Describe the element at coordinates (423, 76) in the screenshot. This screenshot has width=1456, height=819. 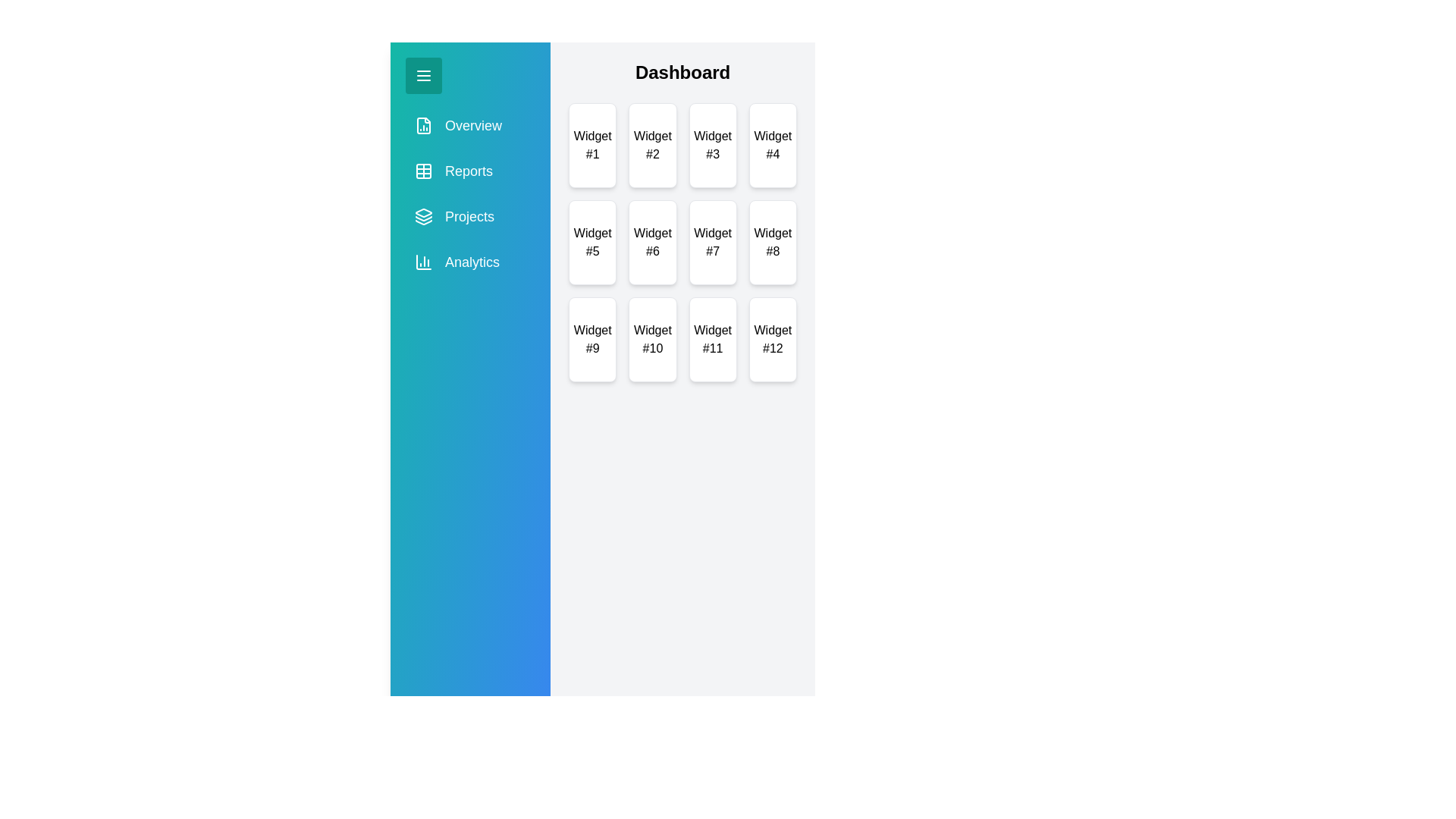
I see `the menu button to toggle the drawer` at that location.